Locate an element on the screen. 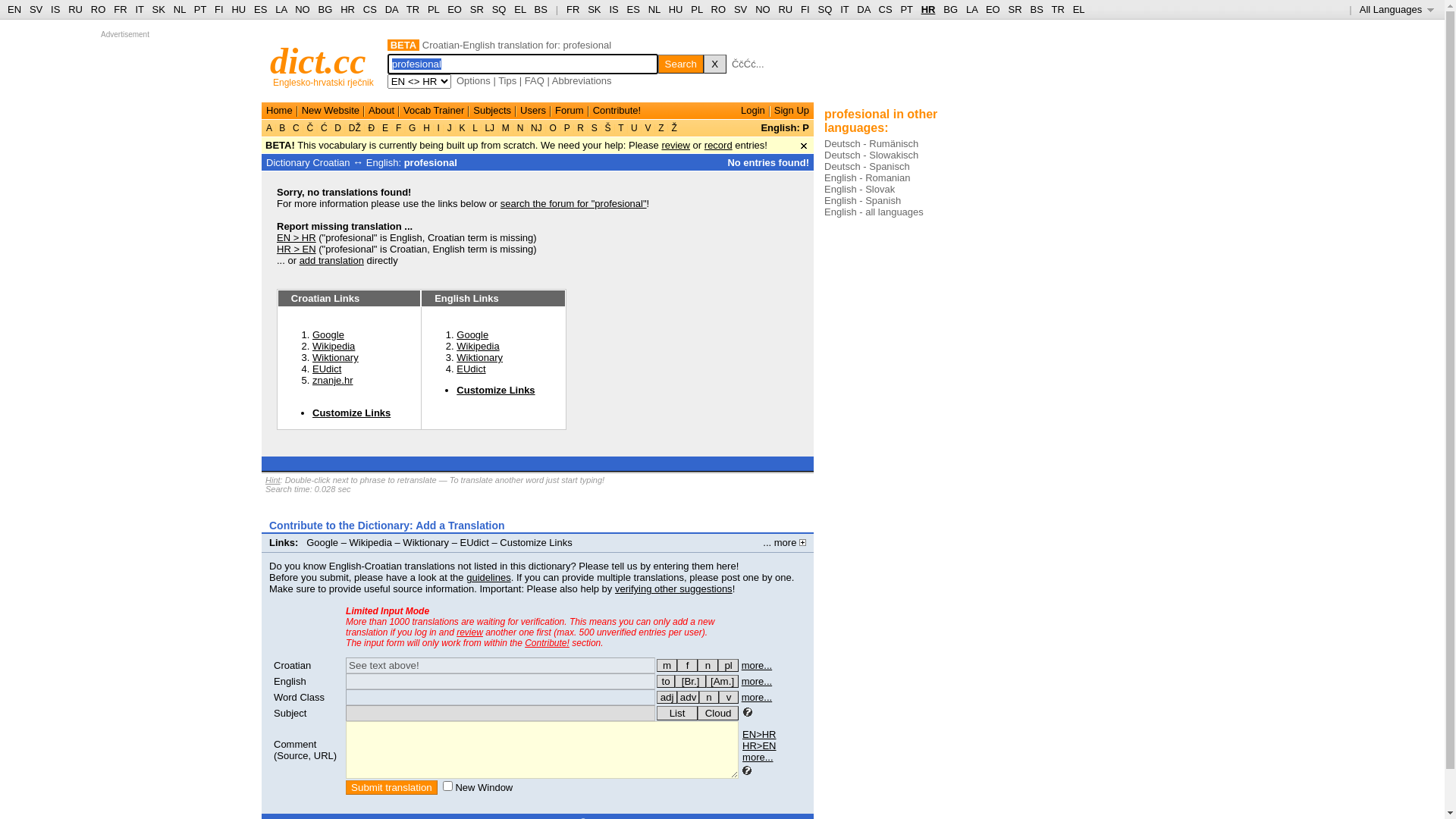 Image resolution: width=1456 pixels, height=819 pixels. 'Contribute!' is located at coordinates (546, 643).